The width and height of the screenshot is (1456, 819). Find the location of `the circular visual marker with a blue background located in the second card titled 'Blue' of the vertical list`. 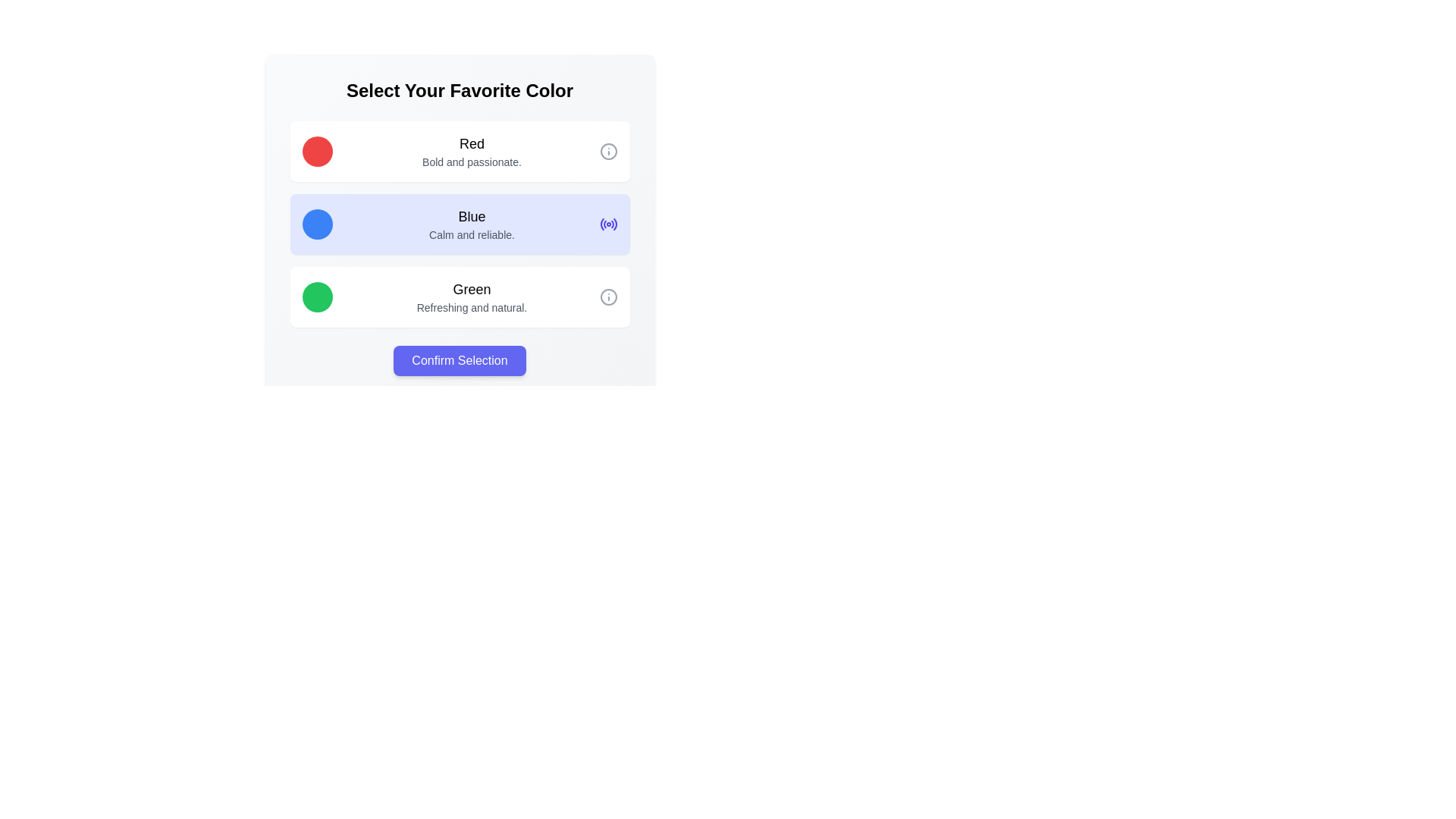

the circular visual marker with a blue background located in the second card titled 'Blue' of the vertical list is located at coordinates (316, 224).